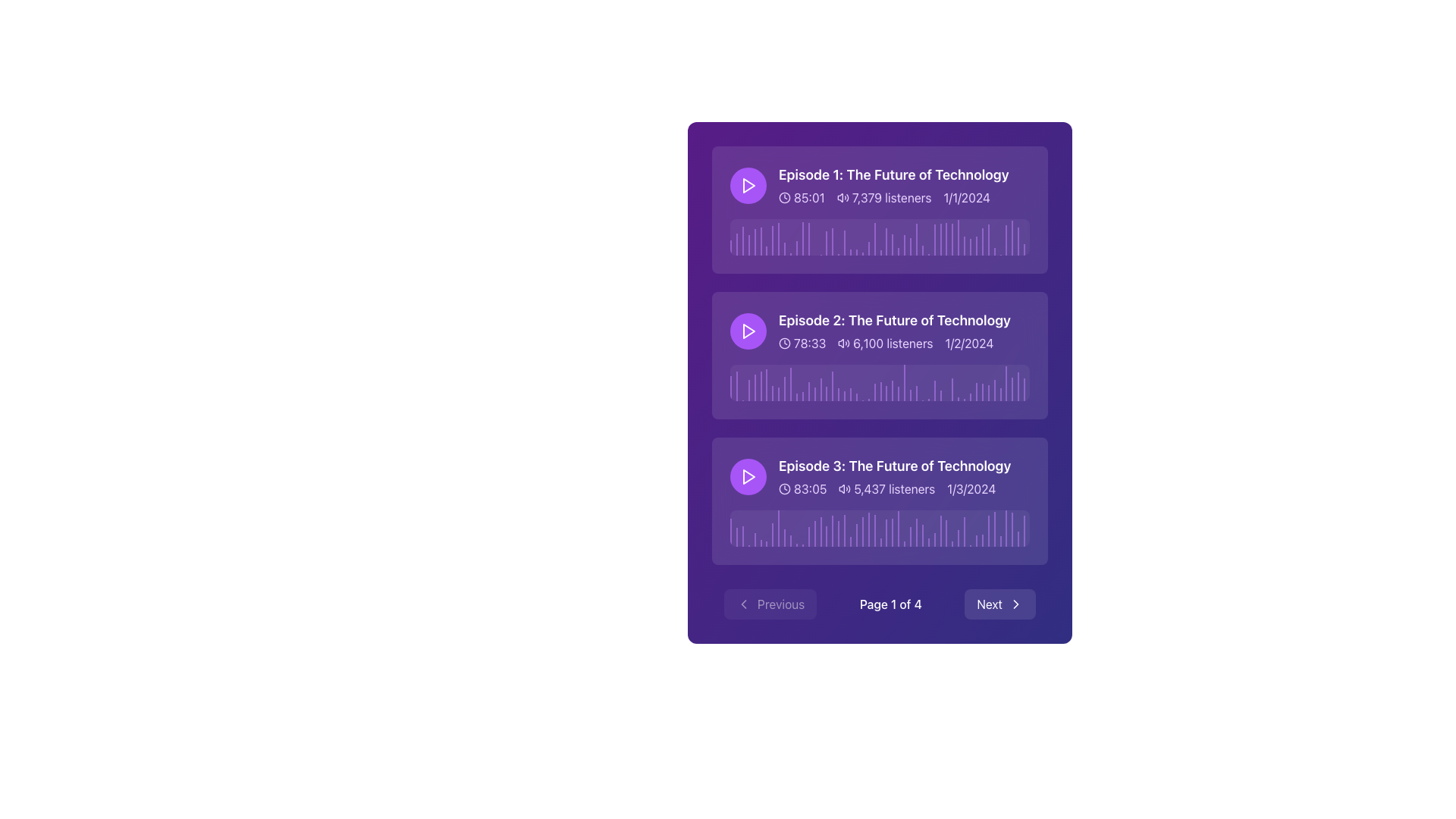  What do you see at coordinates (736, 385) in the screenshot?
I see `the purple progress indicator located under the second podcast episode titled 'Episode 2: The Future of Technology', which is a vertical line segment narrower than the waveform bars` at bounding box center [736, 385].